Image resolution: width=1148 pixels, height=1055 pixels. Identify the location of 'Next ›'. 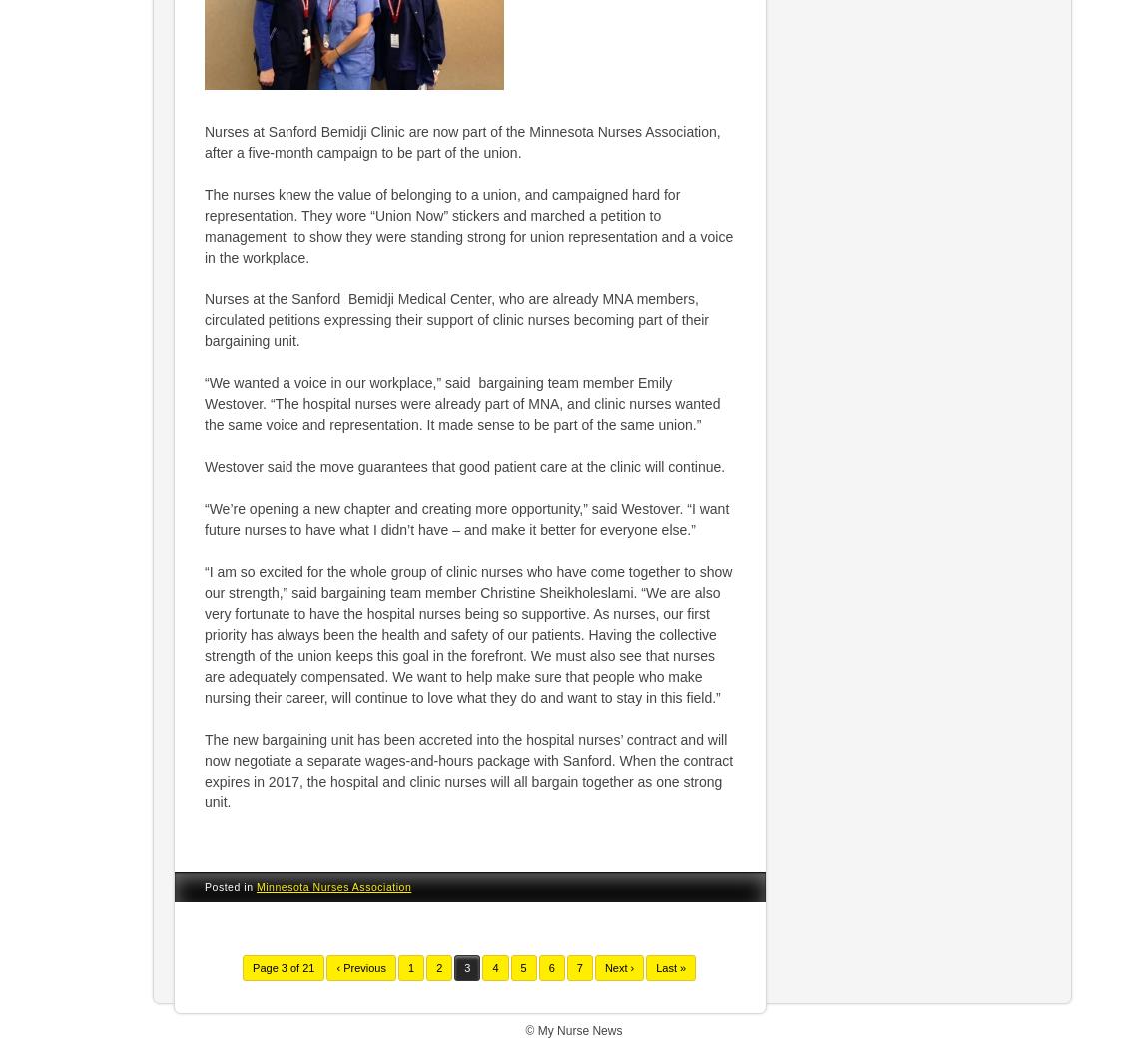
(617, 968).